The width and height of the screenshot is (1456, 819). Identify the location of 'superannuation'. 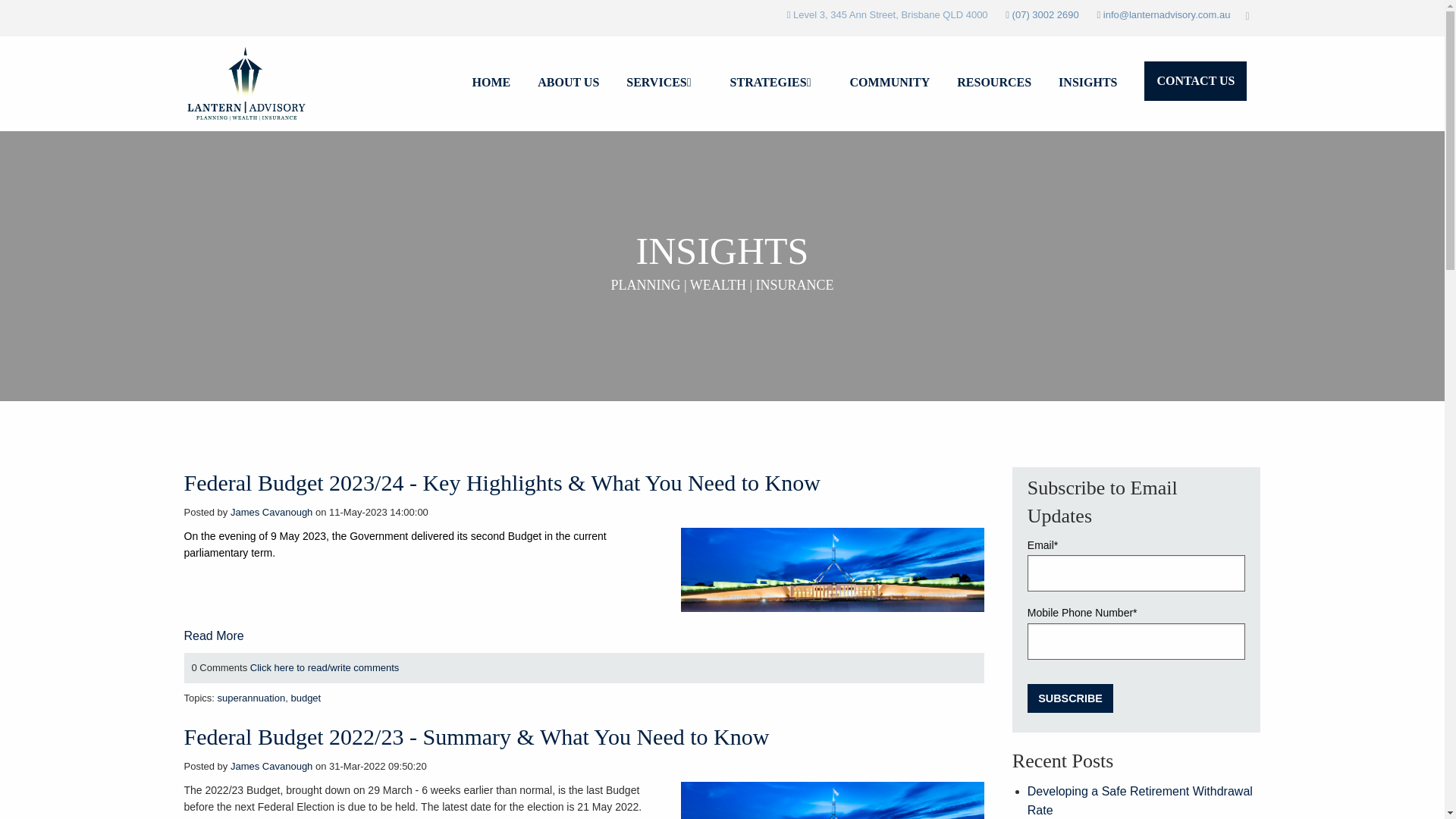
(251, 698).